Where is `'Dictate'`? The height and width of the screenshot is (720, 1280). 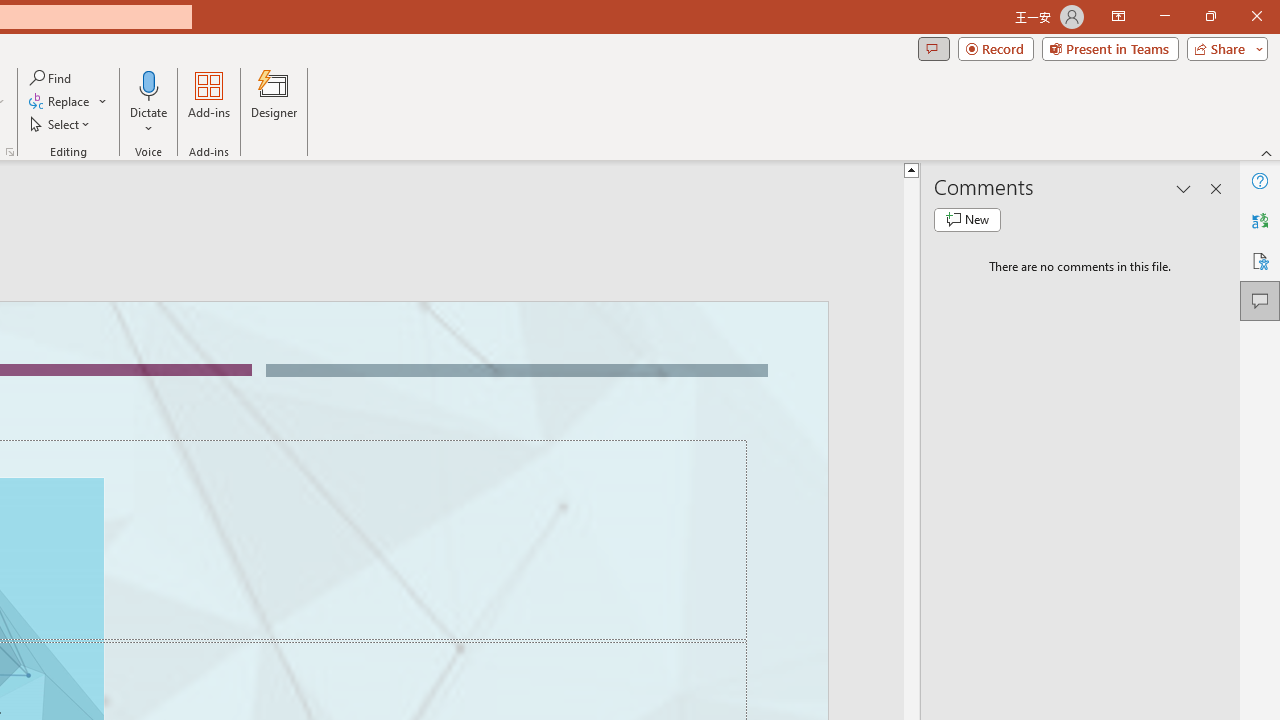 'Dictate' is located at coordinates (148, 103).